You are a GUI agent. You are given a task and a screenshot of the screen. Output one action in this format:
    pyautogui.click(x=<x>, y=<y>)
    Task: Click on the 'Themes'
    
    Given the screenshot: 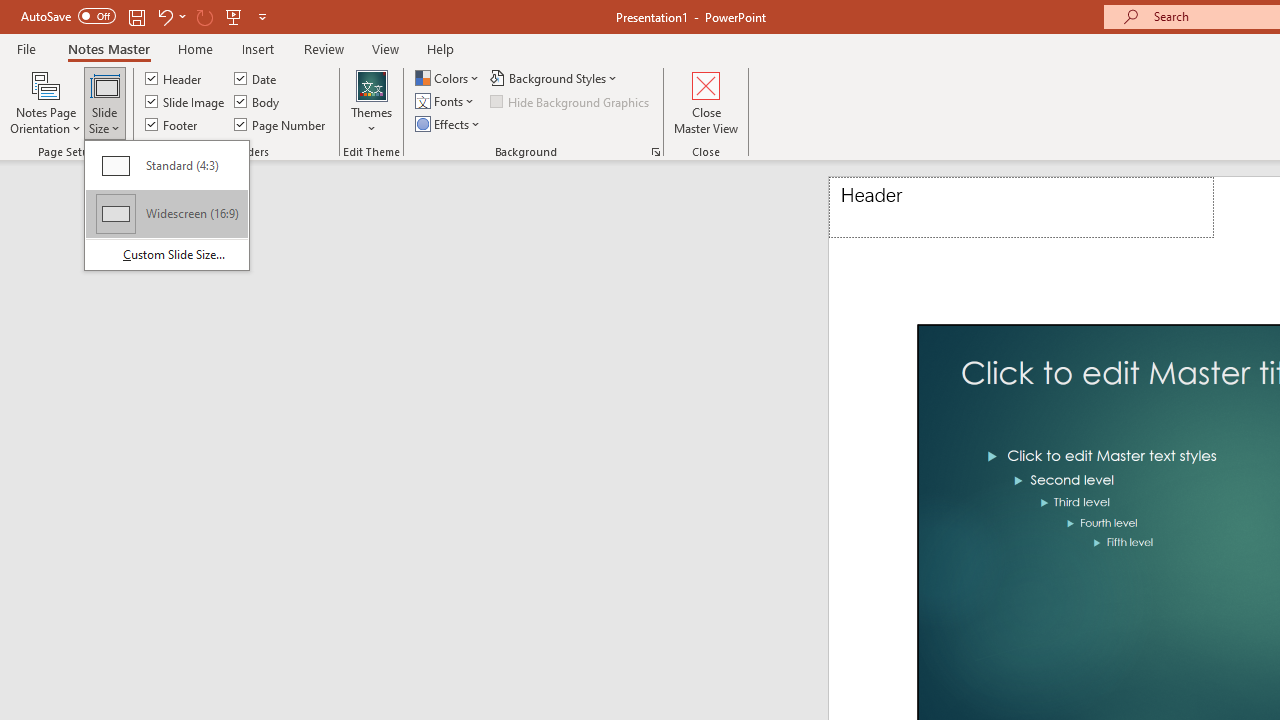 What is the action you would take?
    pyautogui.click(x=372, y=103)
    